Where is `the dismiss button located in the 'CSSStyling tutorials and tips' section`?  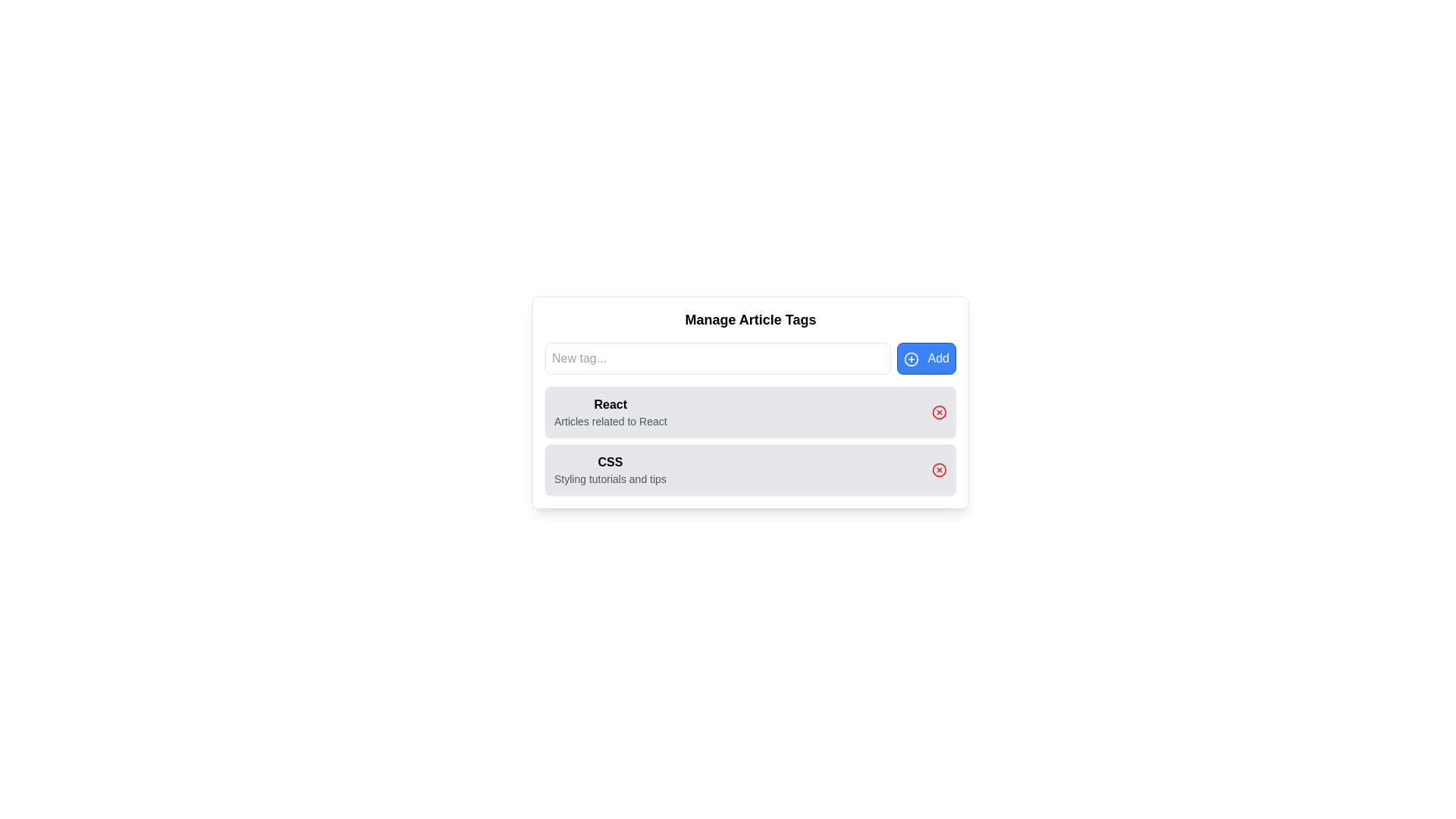 the dismiss button located in the 'CSSStyling tutorials and tips' section is located at coordinates (938, 469).